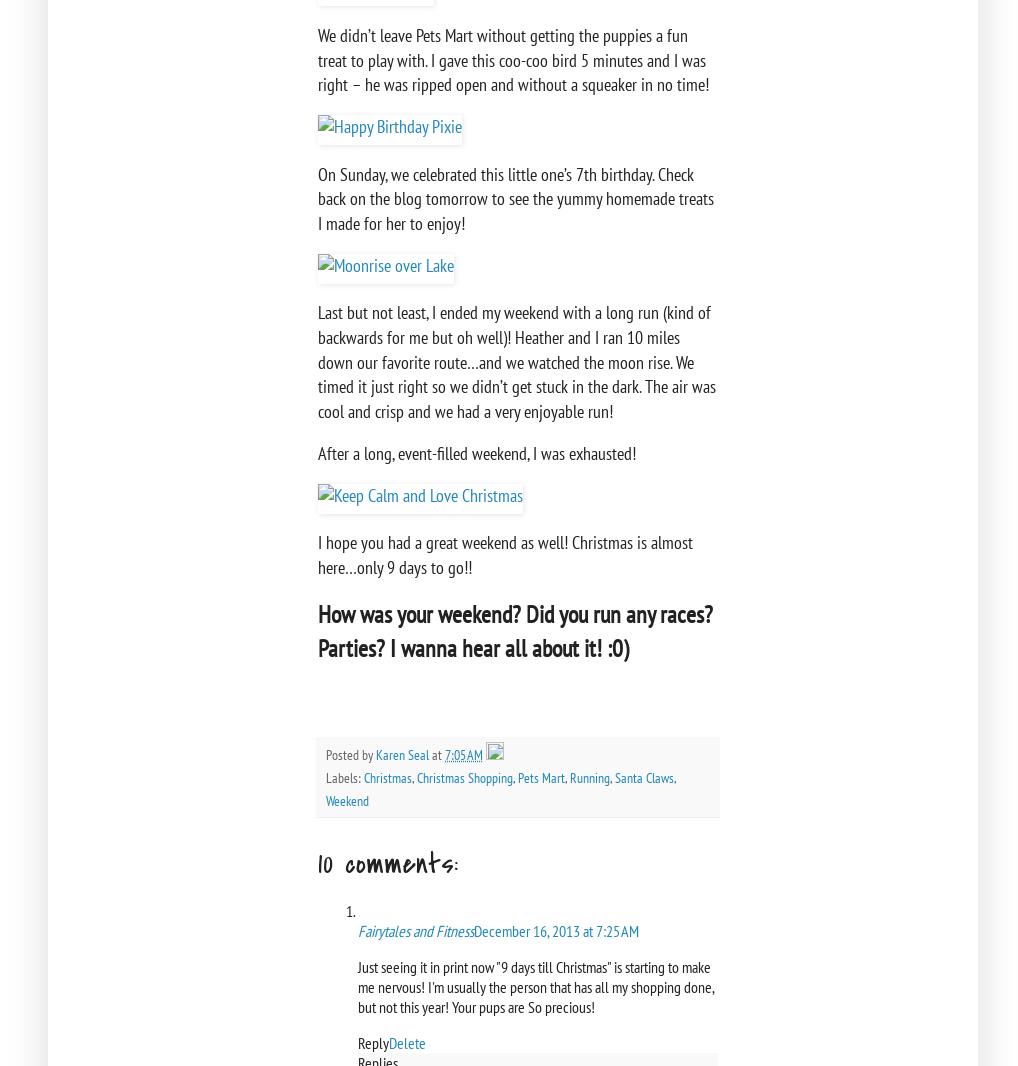 This screenshot has height=1066, width=1018. I want to click on 'We didn’t leave Pets Mart without getting the puppies a fun treat to play with. I gave this coo-coo bird 5 minutes and I was right – he was ripped open and without a squeaker in no time!', so click(512, 58).